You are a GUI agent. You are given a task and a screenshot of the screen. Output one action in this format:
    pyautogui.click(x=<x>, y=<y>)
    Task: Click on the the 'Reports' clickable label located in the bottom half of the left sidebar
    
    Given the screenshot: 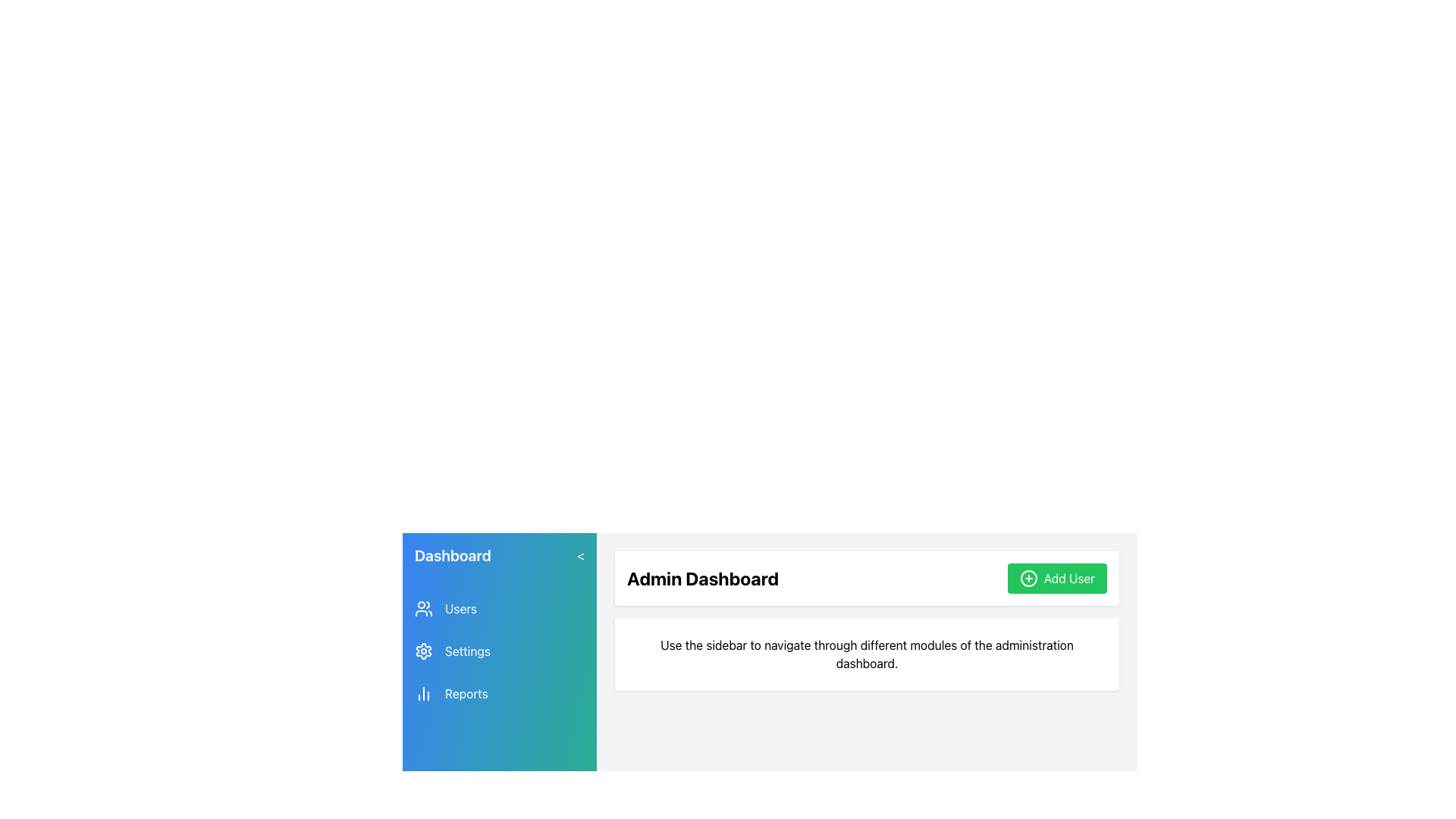 What is the action you would take?
    pyautogui.click(x=466, y=693)
    